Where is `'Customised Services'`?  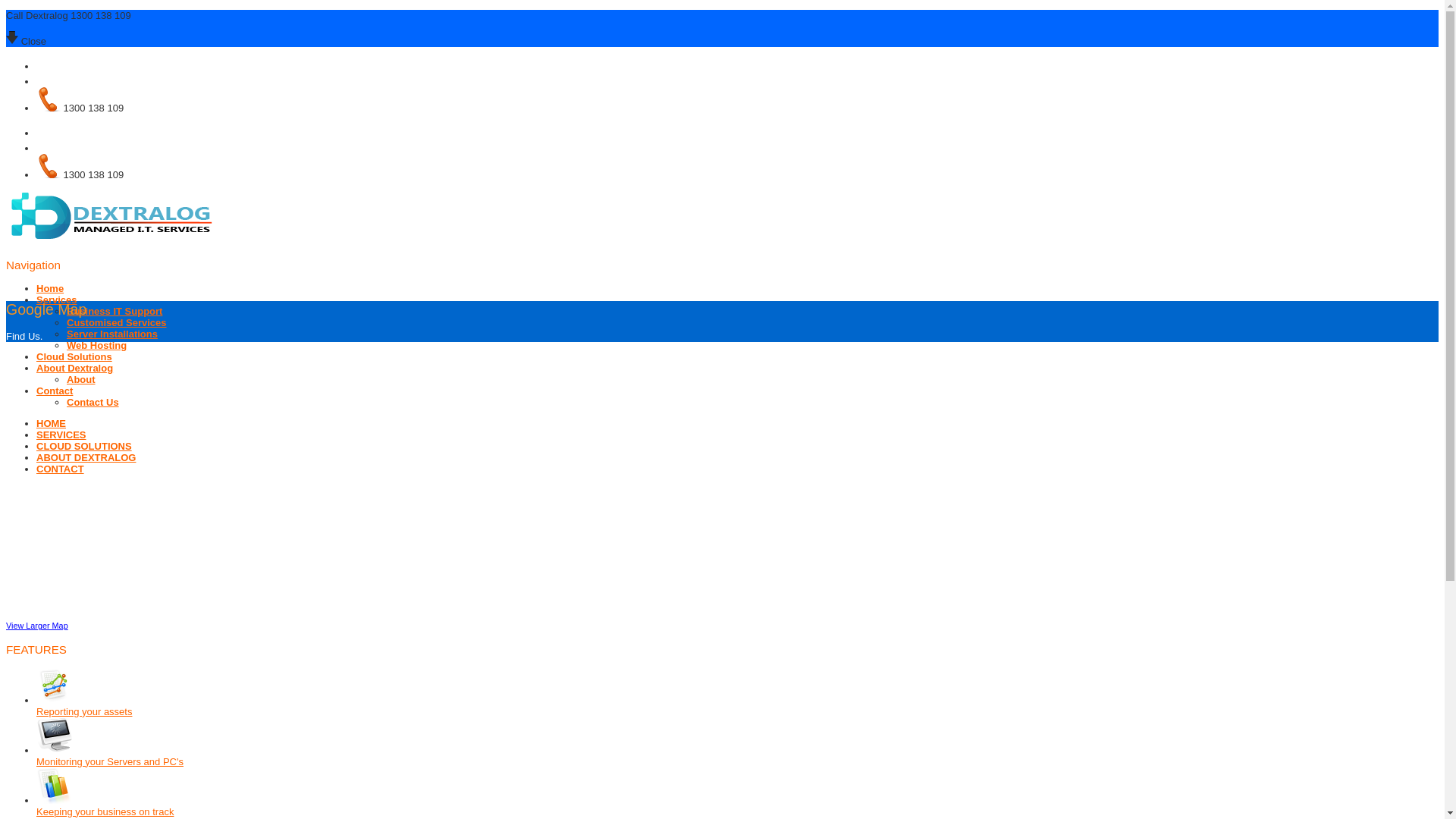 'Customised Services' is located at coordinates (115, 322).